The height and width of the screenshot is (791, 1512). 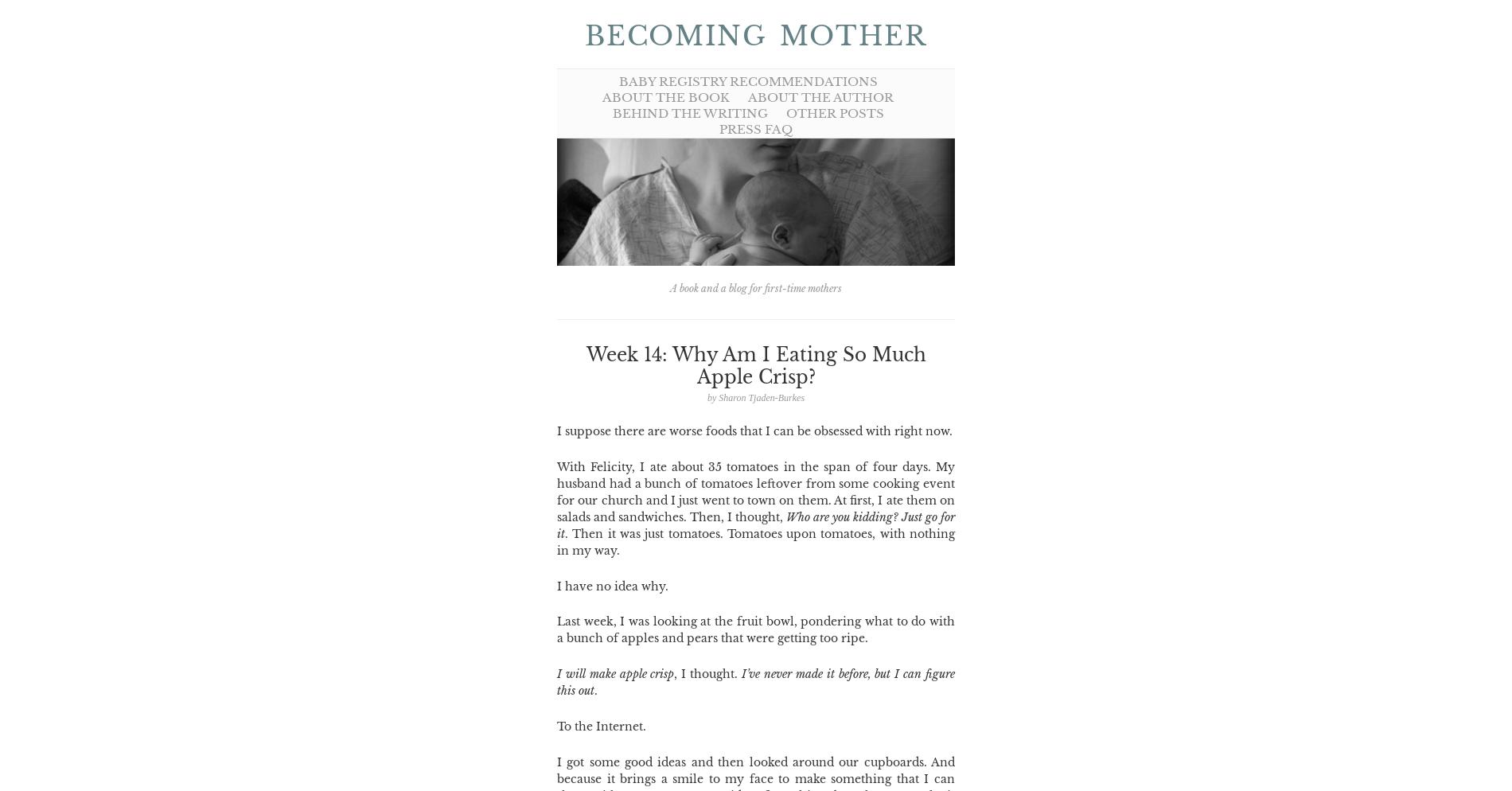 What do you see at coordinates (617, 81) in the screenshot?
I see `'Baby Registry Recommendations'` at bounding box center [617, 81].